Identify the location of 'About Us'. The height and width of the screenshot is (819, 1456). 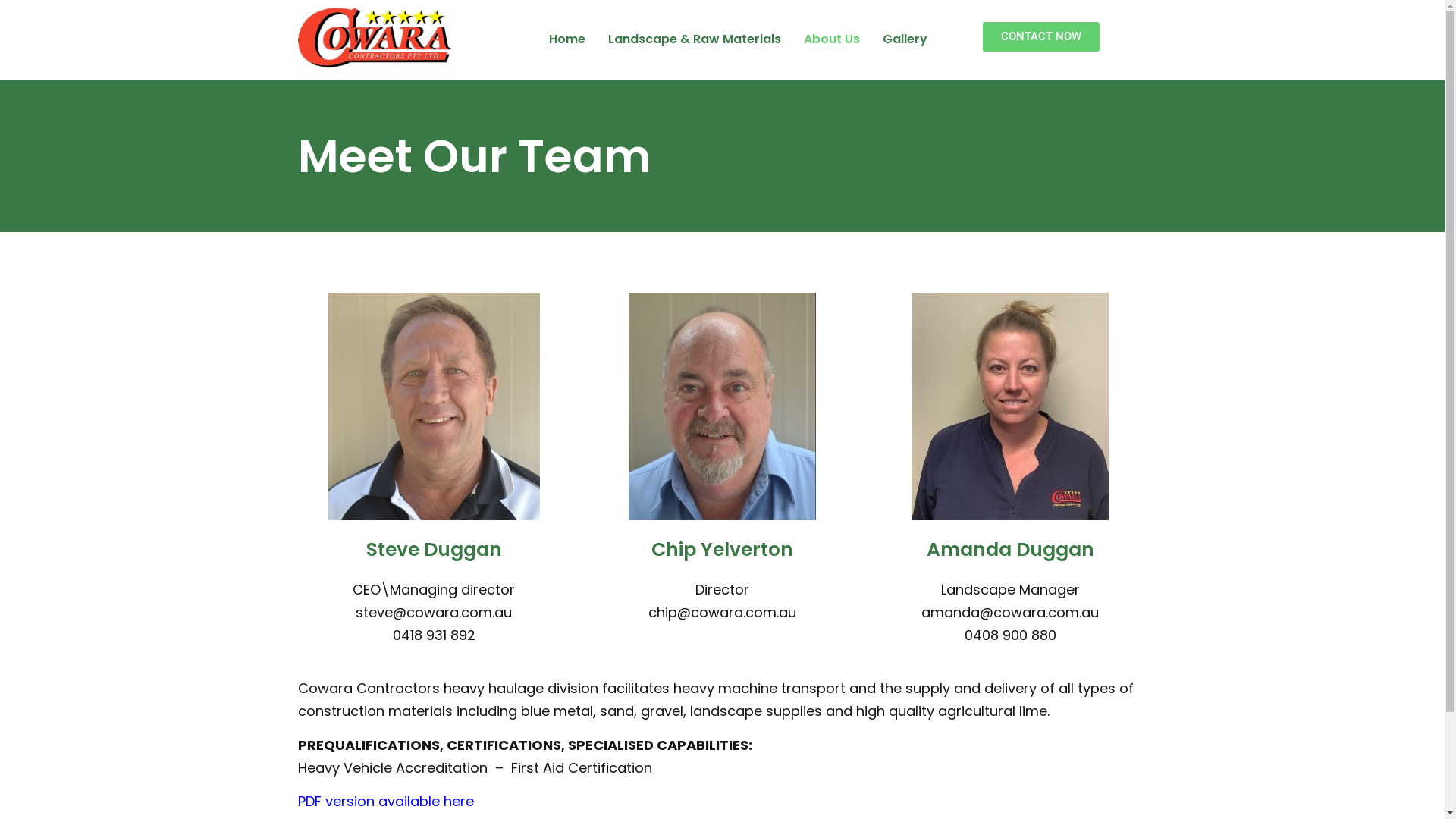
(792, 38).